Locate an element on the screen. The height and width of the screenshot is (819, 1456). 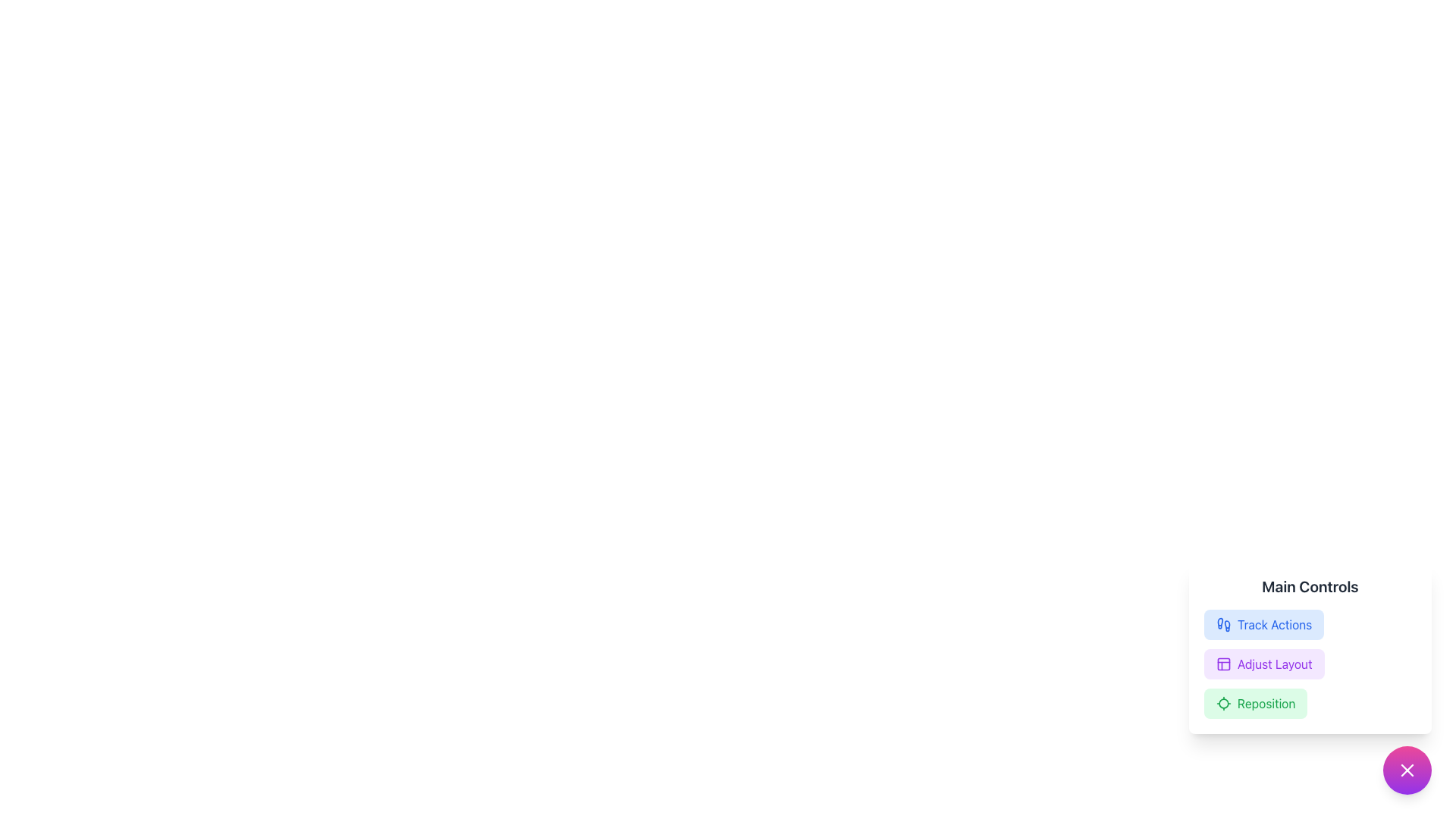
the 'Adjust Layout' button, which is the second button in the 'Main Controls' section is located at coordinates (1310, 647).